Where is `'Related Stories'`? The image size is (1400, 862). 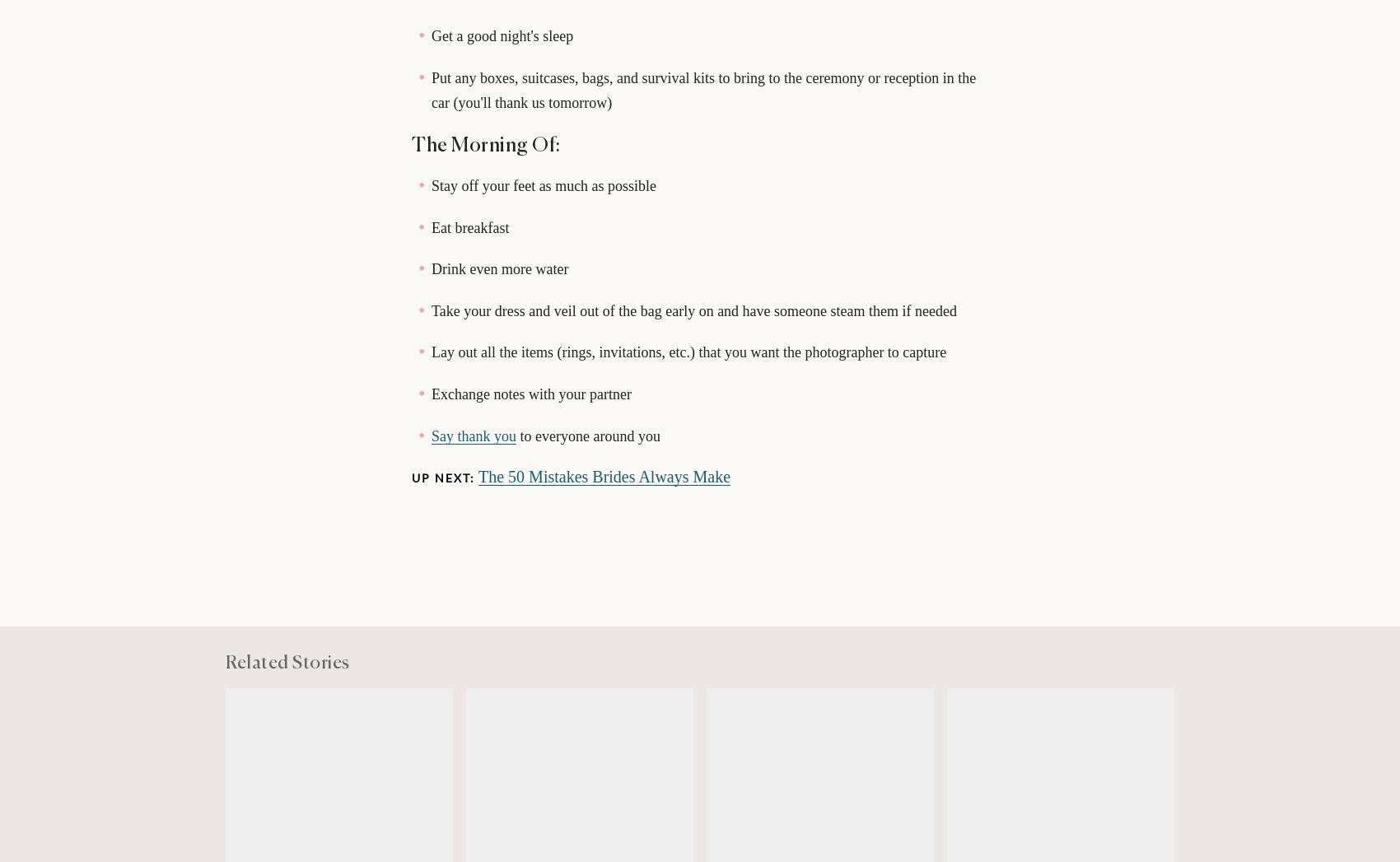 'Related Stories' is located at coordinates (287, 662).